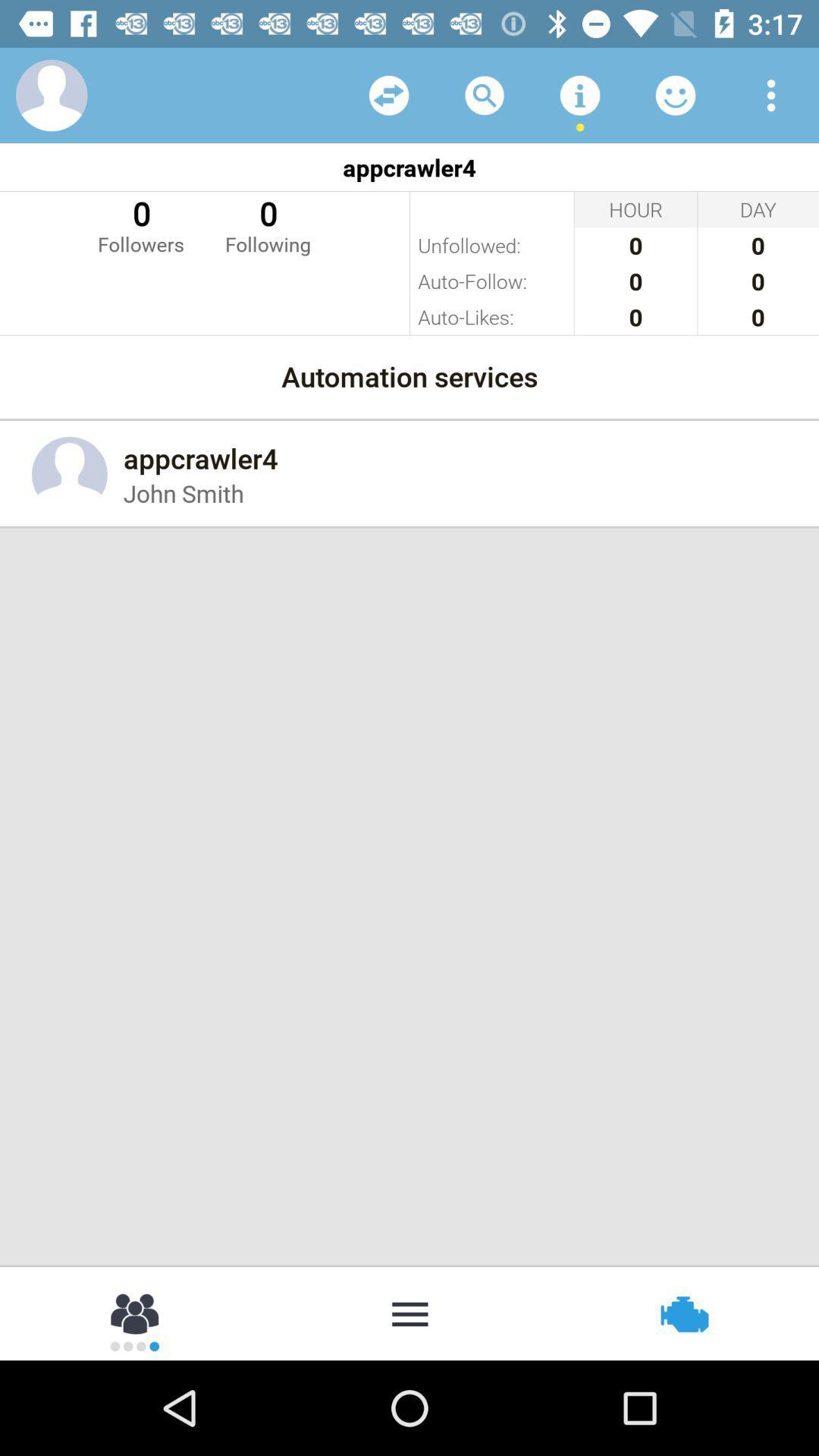 The width and height of the screenshot is (819, 1456). What do you see at coordinates (675, 94) in the screenshot?
I see `item above the appcrawler4 icon` at bounding box center [675, 94].